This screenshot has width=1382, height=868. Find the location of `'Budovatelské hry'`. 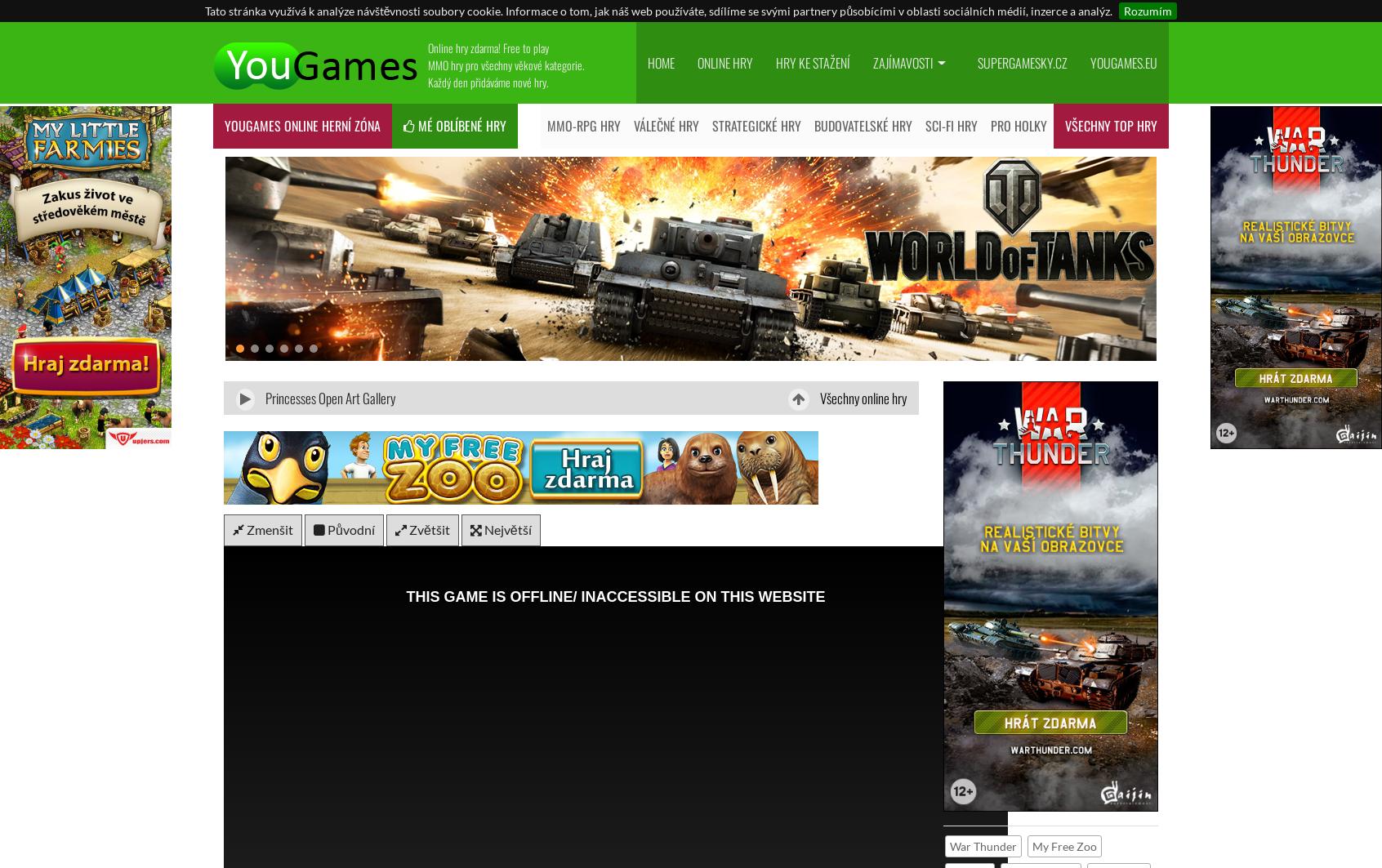

'Budovatelské hry' is located at coordinates (862, 126).